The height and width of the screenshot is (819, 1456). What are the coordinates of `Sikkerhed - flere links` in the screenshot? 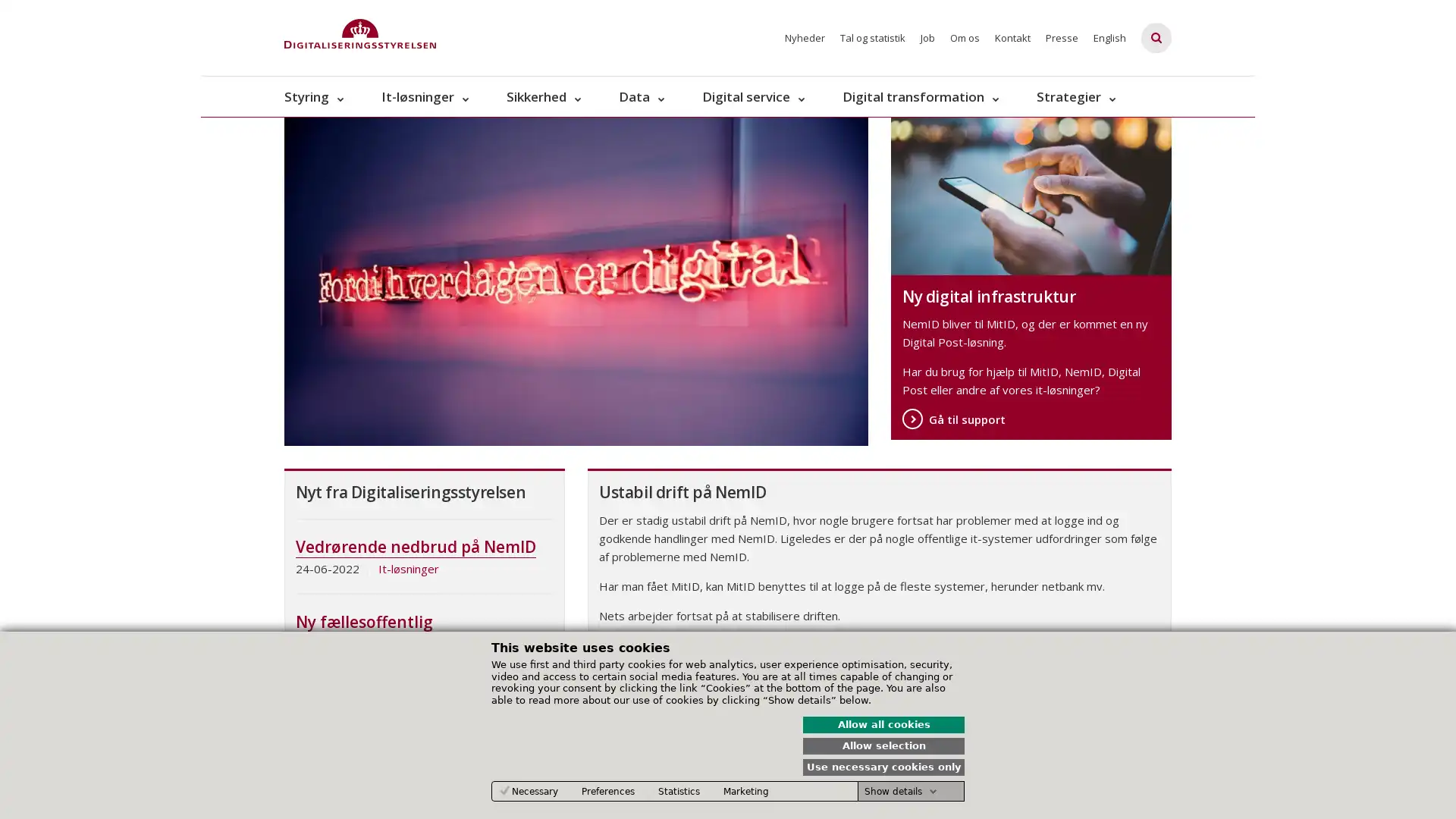 It's located at (576, 97).